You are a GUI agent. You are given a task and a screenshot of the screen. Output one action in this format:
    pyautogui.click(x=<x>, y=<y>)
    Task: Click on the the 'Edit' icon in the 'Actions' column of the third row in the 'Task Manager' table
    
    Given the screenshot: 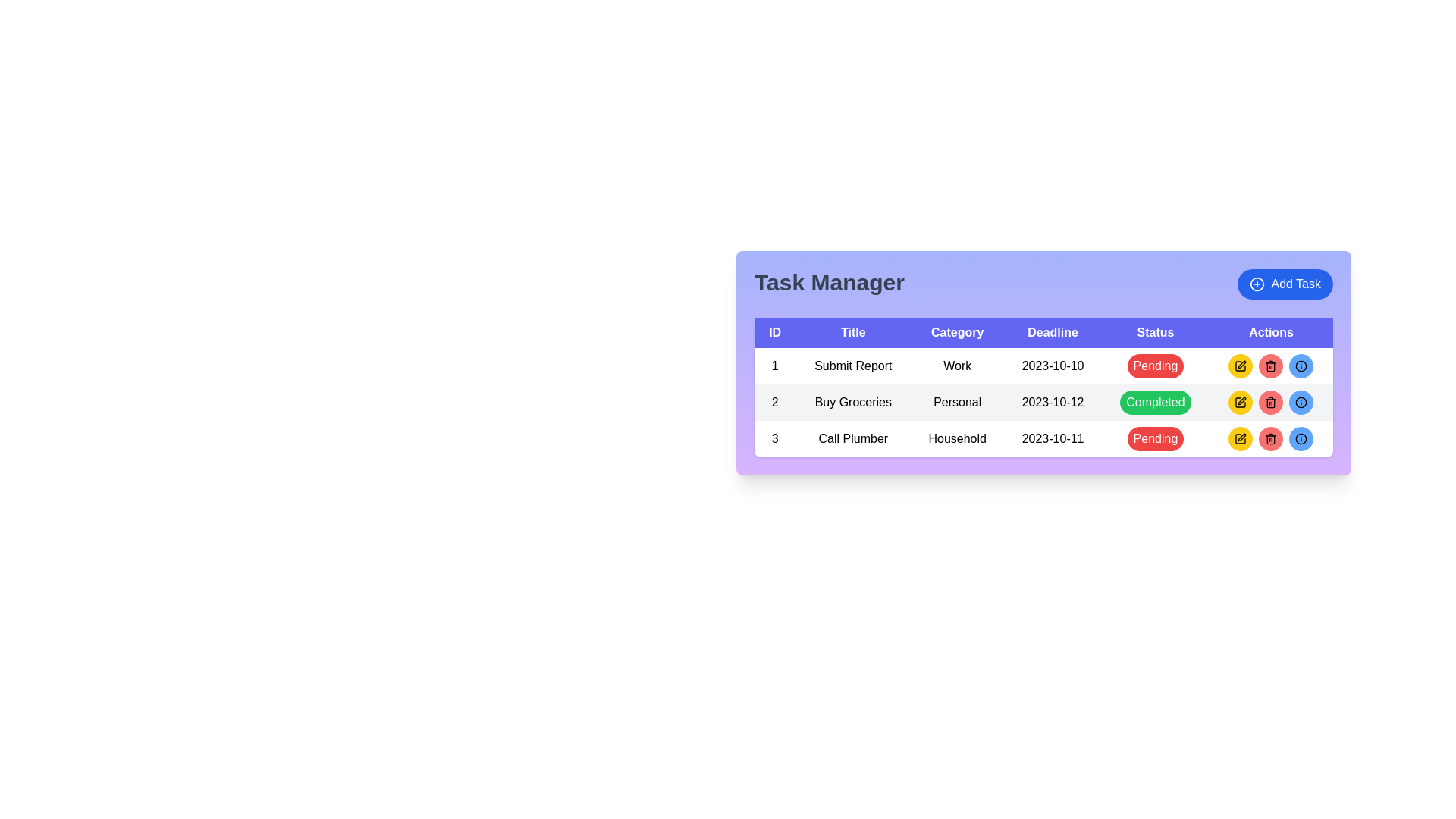 What is the action you would take?
    pyautogui.click(x=1241, y=366)
    